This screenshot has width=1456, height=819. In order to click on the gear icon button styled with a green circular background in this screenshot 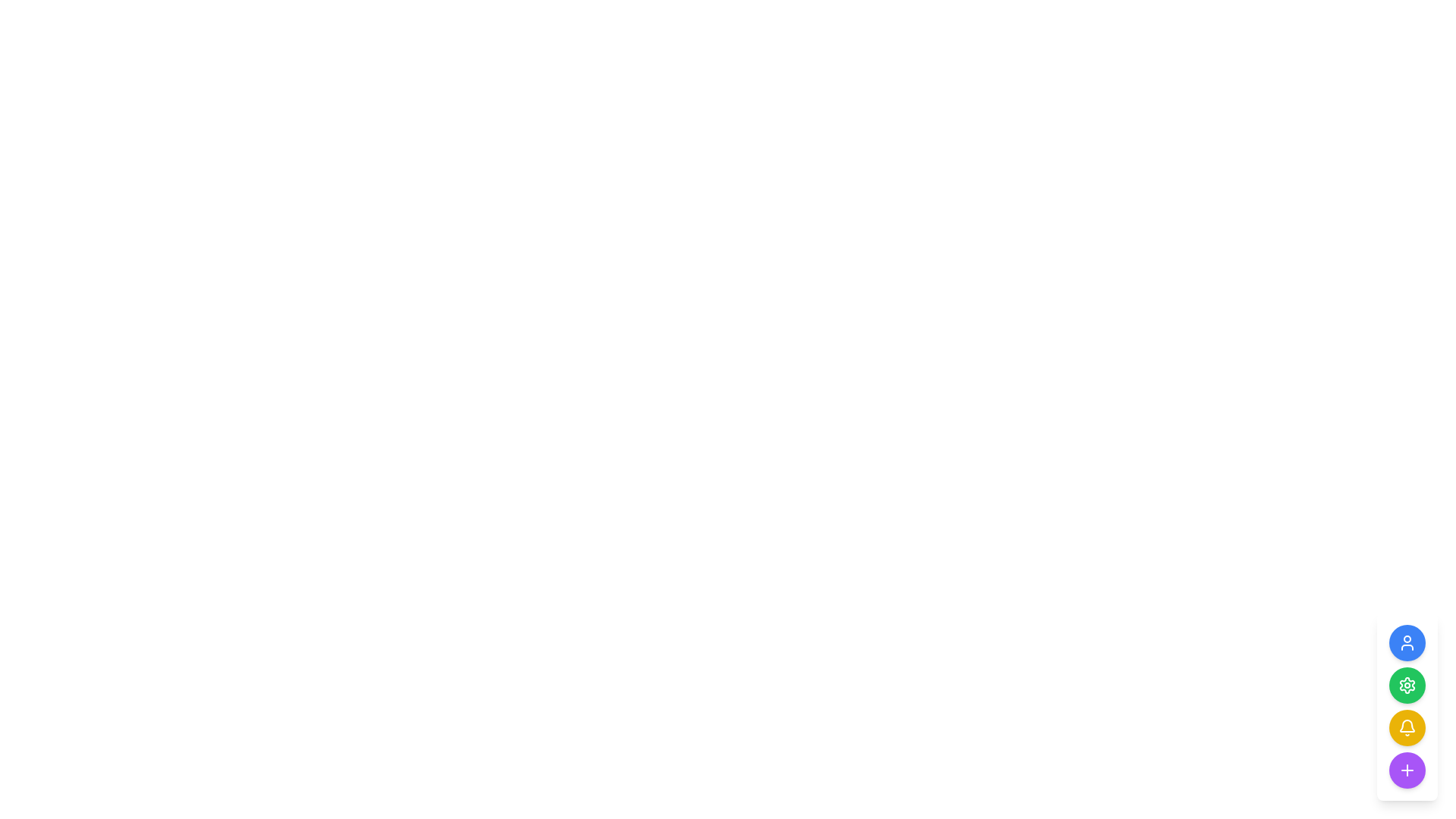, I will do `click(1407, 685)`.